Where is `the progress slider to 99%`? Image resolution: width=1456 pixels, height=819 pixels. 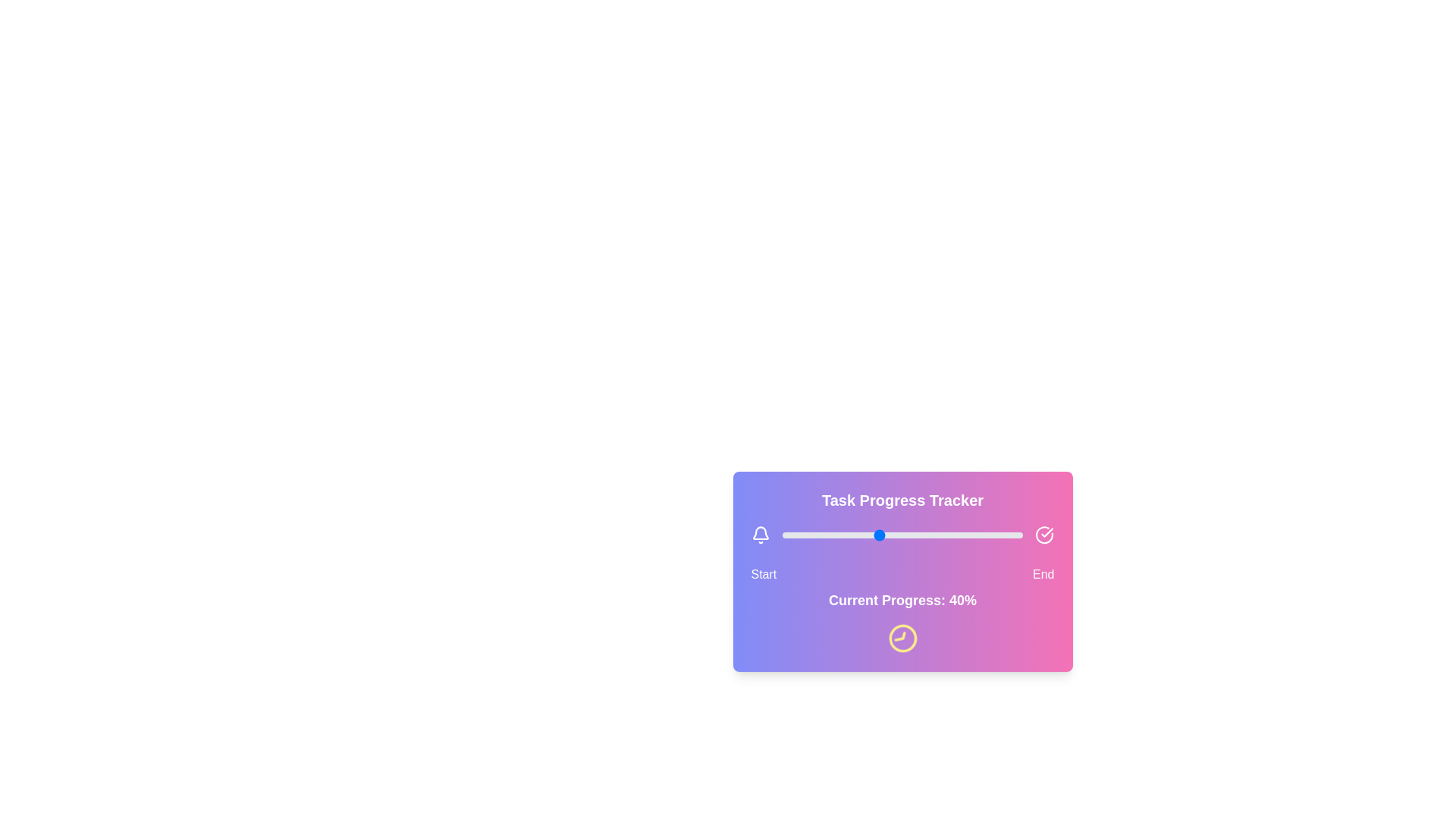
the progress slider to 99% is located at coordinates (1020, 534).